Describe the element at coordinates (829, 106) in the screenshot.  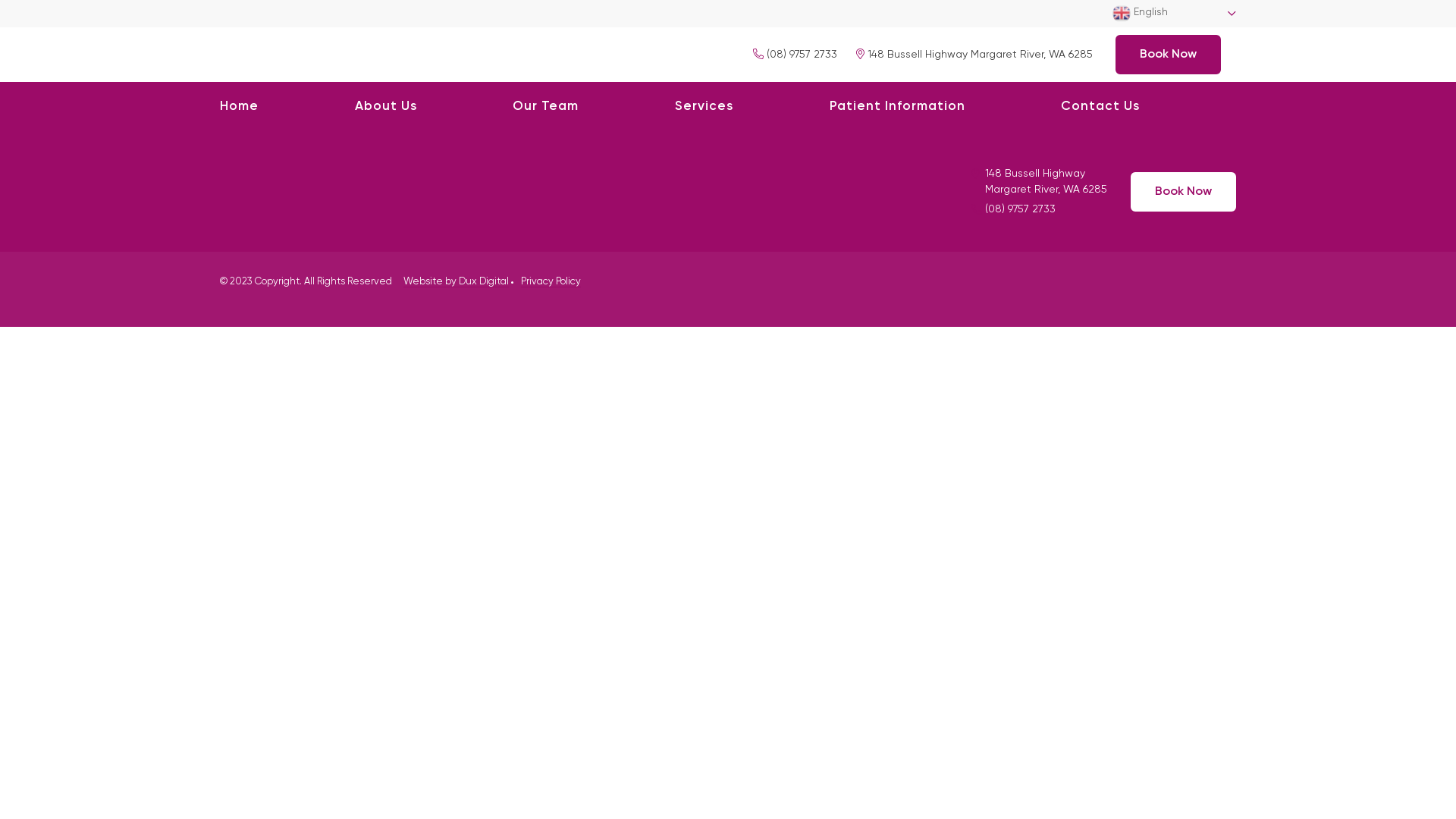
I see `'Patient Information'` at that location.